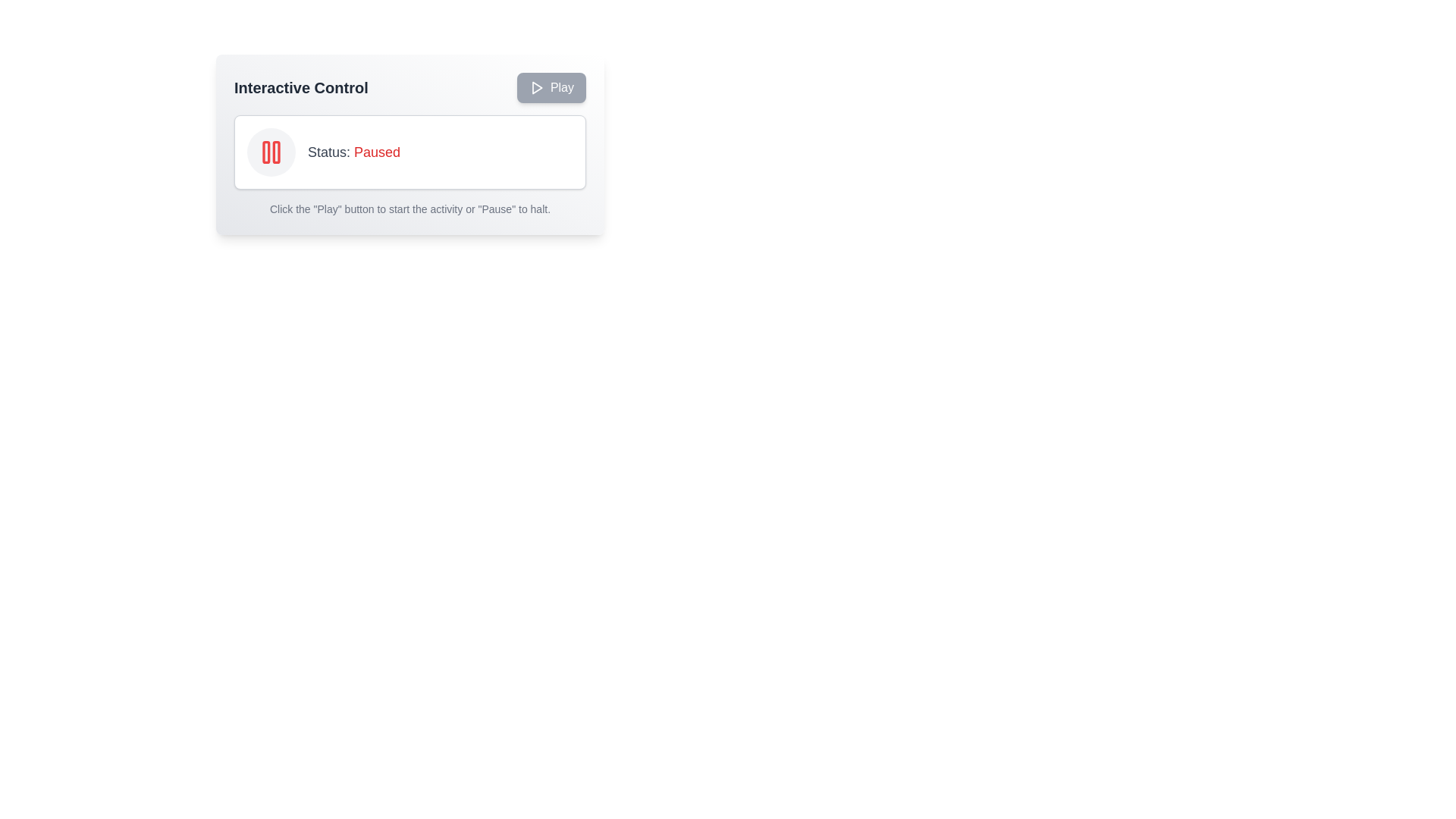 The width and height of the screenshot is (1456, 819). I want to click on the second rectangle (right bar) of the pause icon located in the top-left segment of the UI, which is part of the visual representation of the paused state of the application, so click(276, 152).